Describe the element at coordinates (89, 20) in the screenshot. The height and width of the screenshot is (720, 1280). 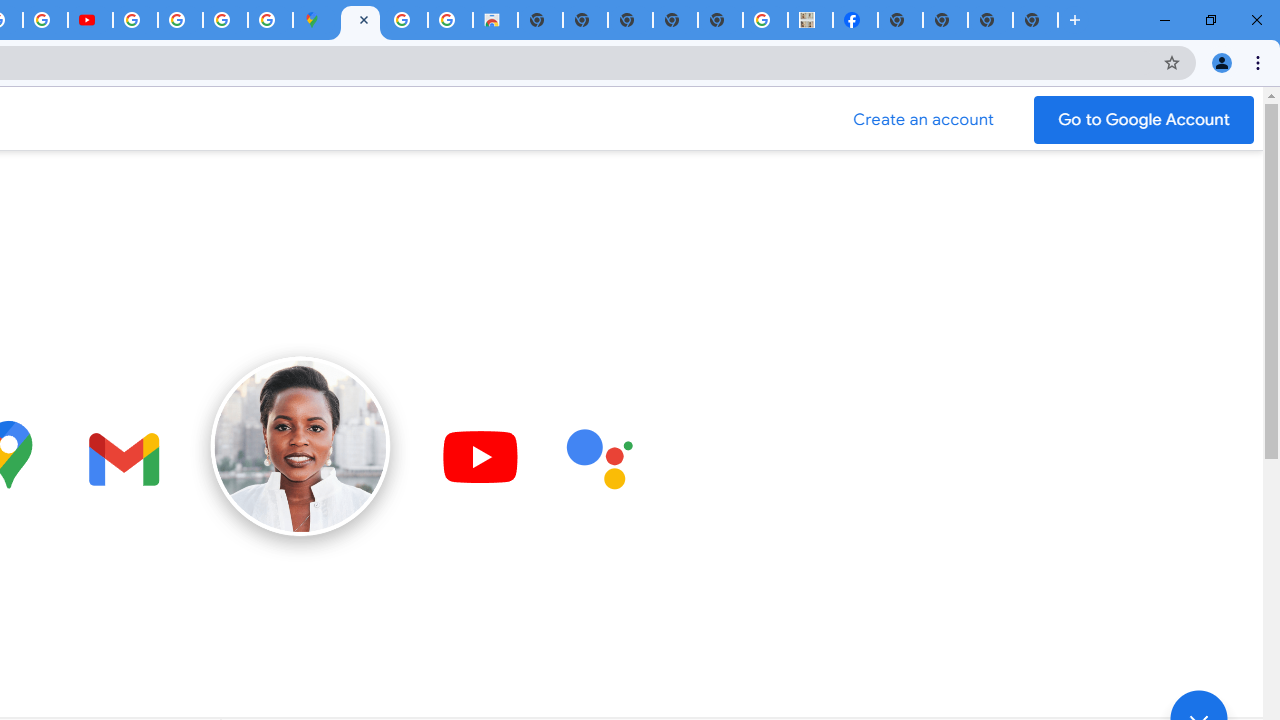
I see `'Subscriptions - YouTube'` at that location.